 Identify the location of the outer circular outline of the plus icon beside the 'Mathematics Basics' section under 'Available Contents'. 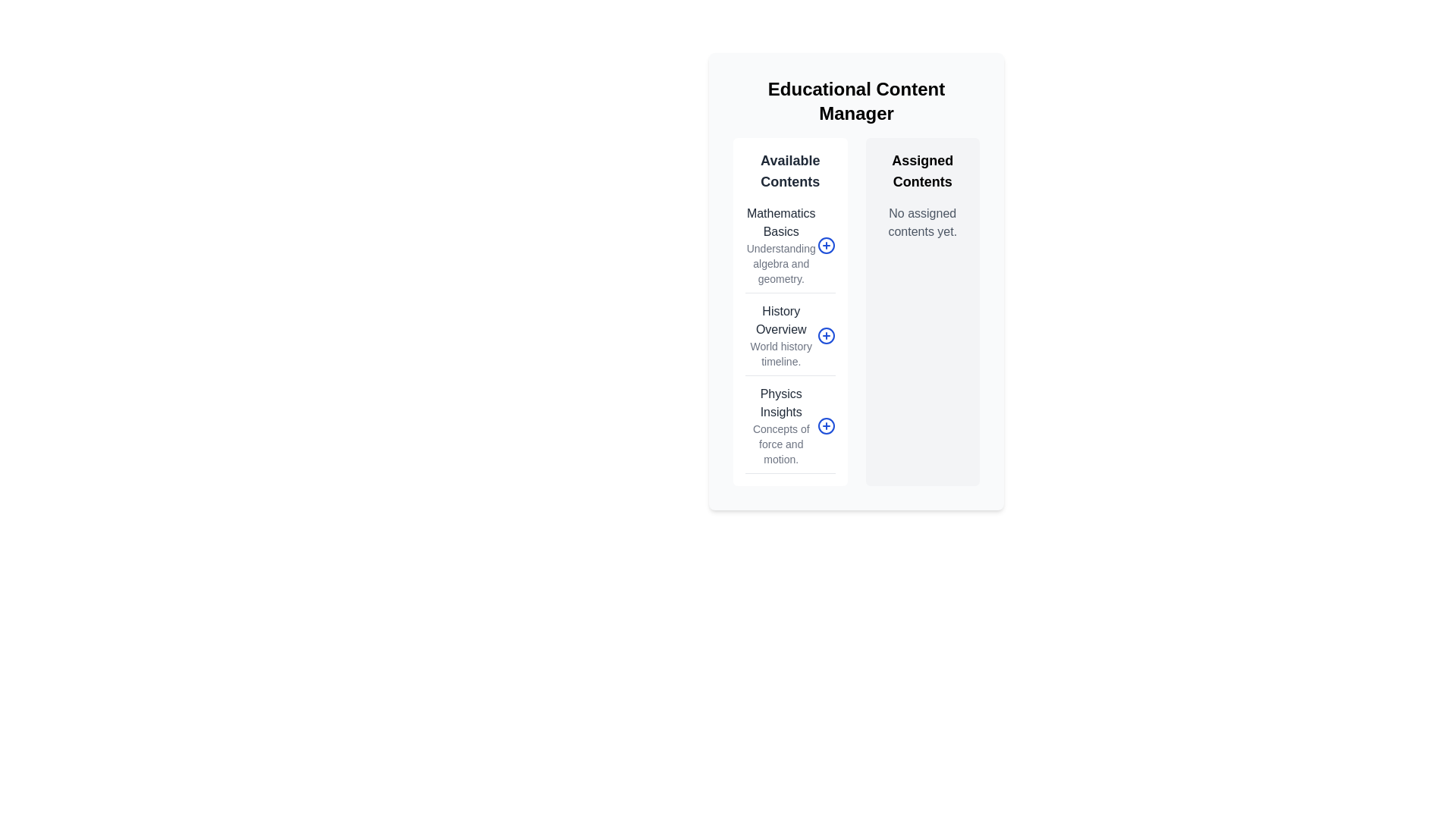
(825, 245).